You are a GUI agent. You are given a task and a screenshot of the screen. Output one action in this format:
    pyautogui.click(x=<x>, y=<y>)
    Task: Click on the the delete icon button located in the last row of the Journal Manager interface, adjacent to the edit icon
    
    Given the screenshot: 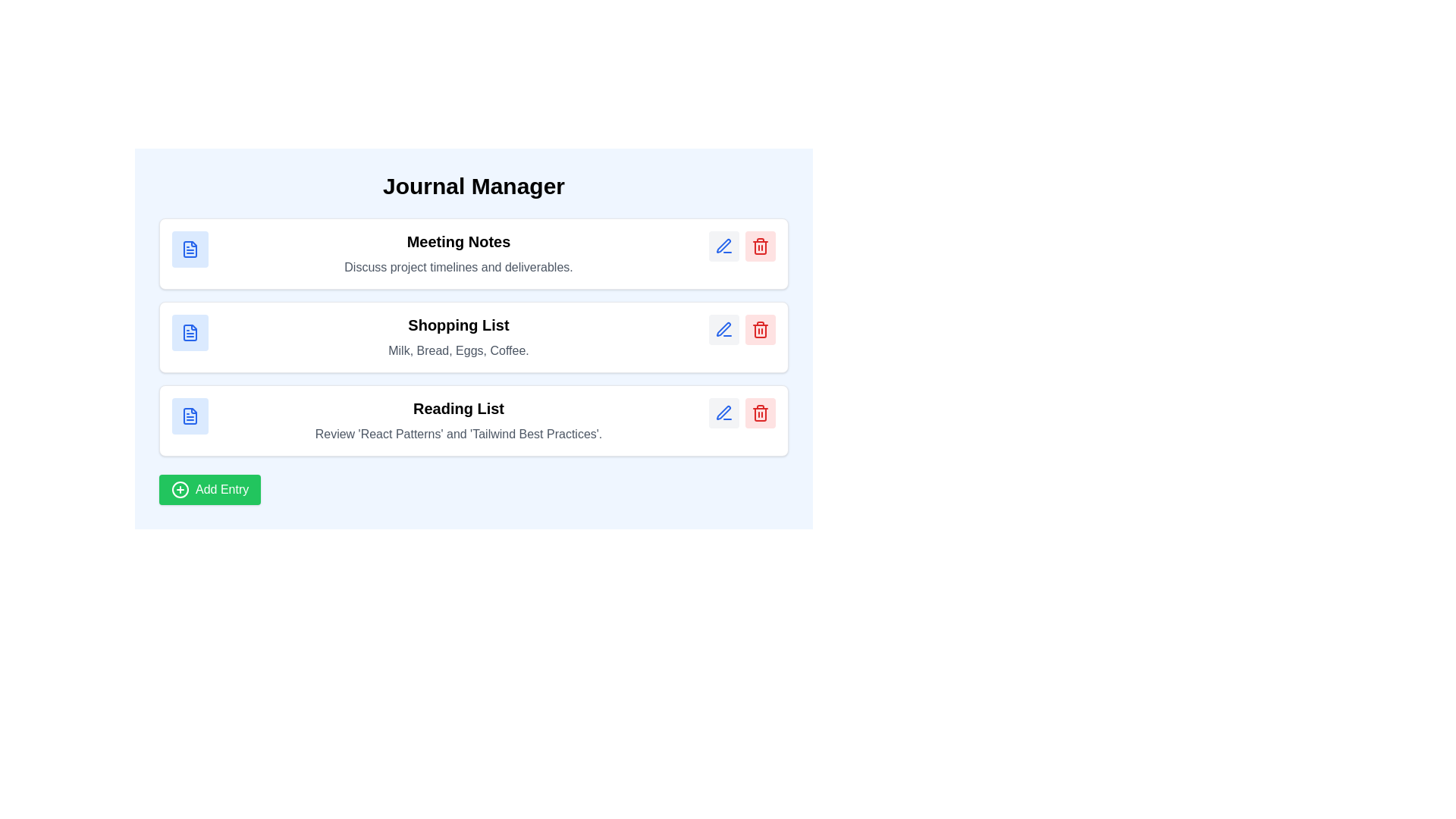 What is the action you would take?
    pyautogui.click(x=761, y=329)
    